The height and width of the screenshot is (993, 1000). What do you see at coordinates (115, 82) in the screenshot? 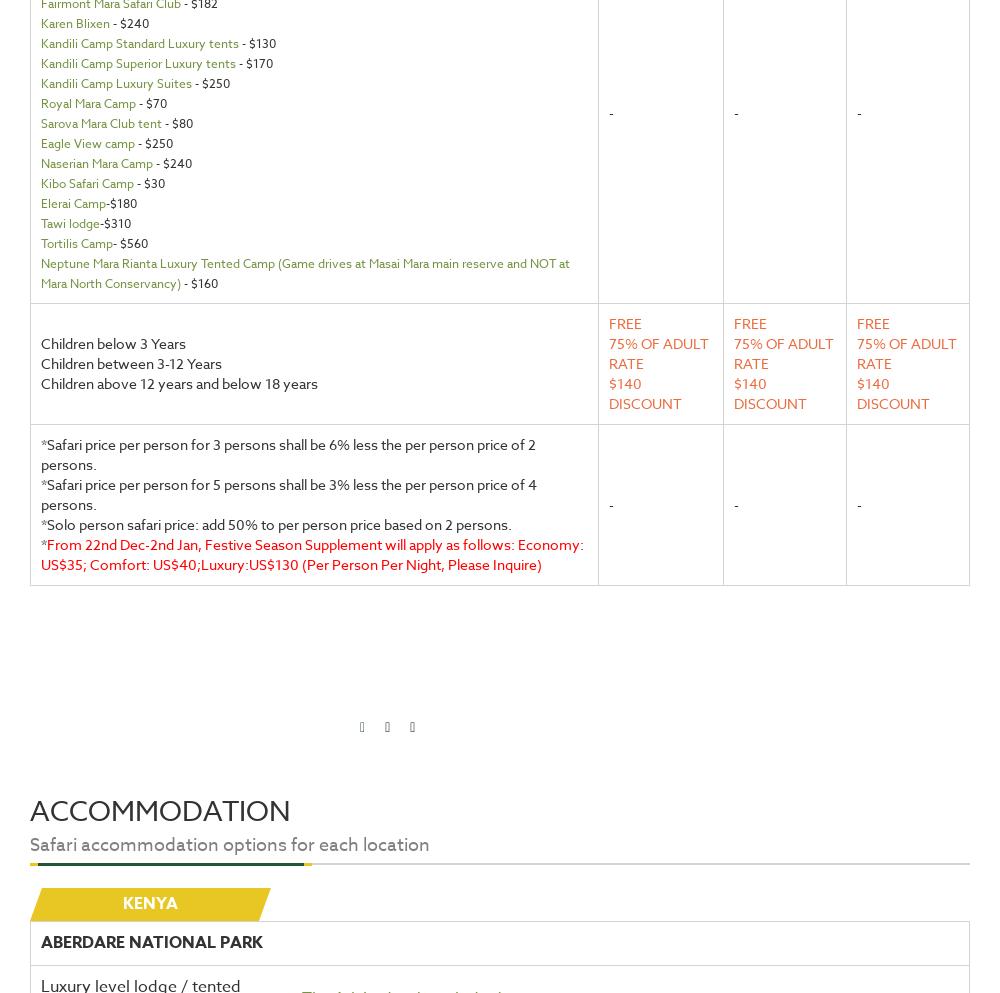
I see `'Kandili Camp Luxury Suites'` at bounding box center [115, 82].